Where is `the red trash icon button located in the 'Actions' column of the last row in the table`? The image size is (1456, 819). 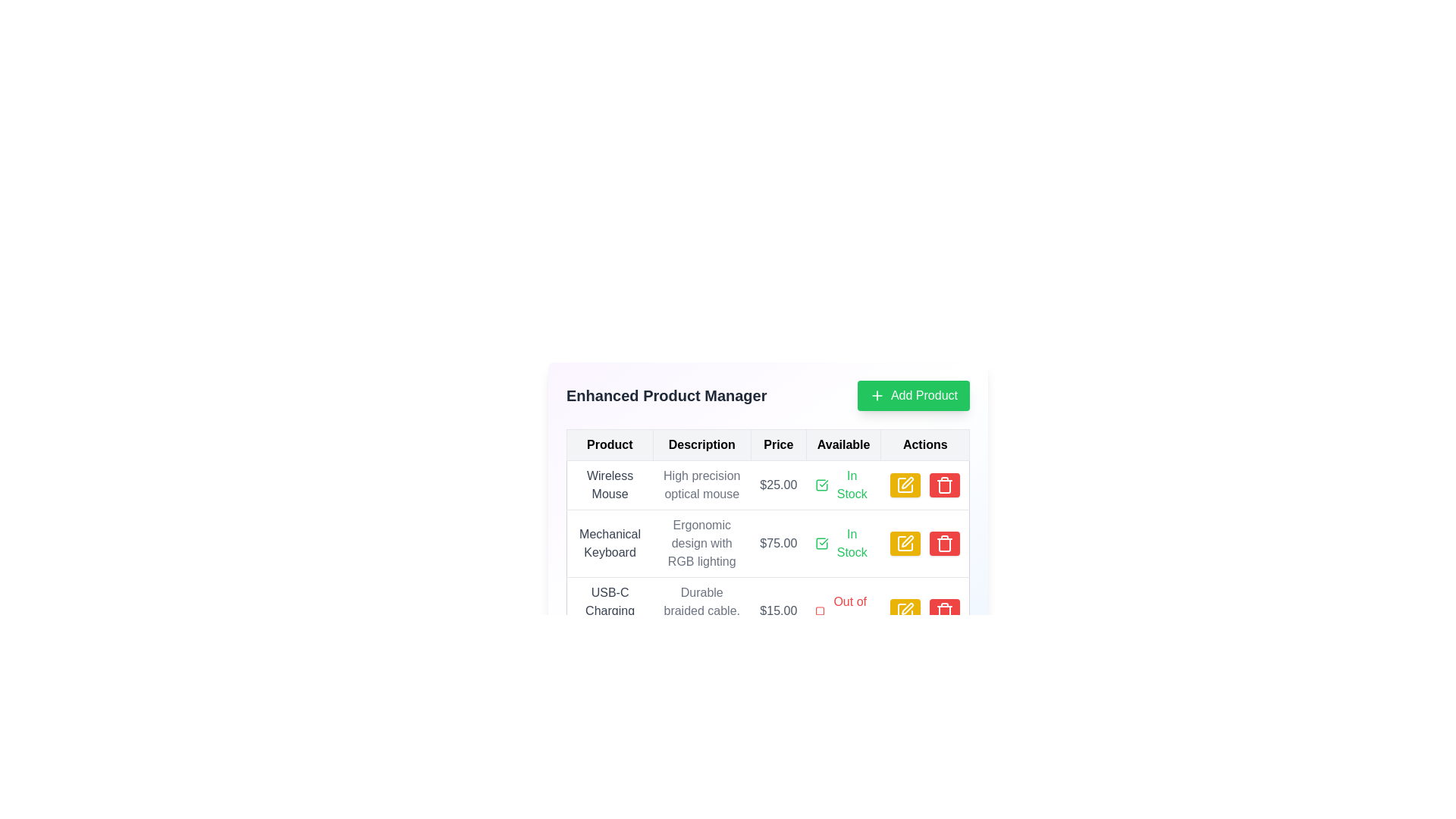
the red trash icon button located in the 'Actions' column of the last row in the table is located at coordinates (943, 610).